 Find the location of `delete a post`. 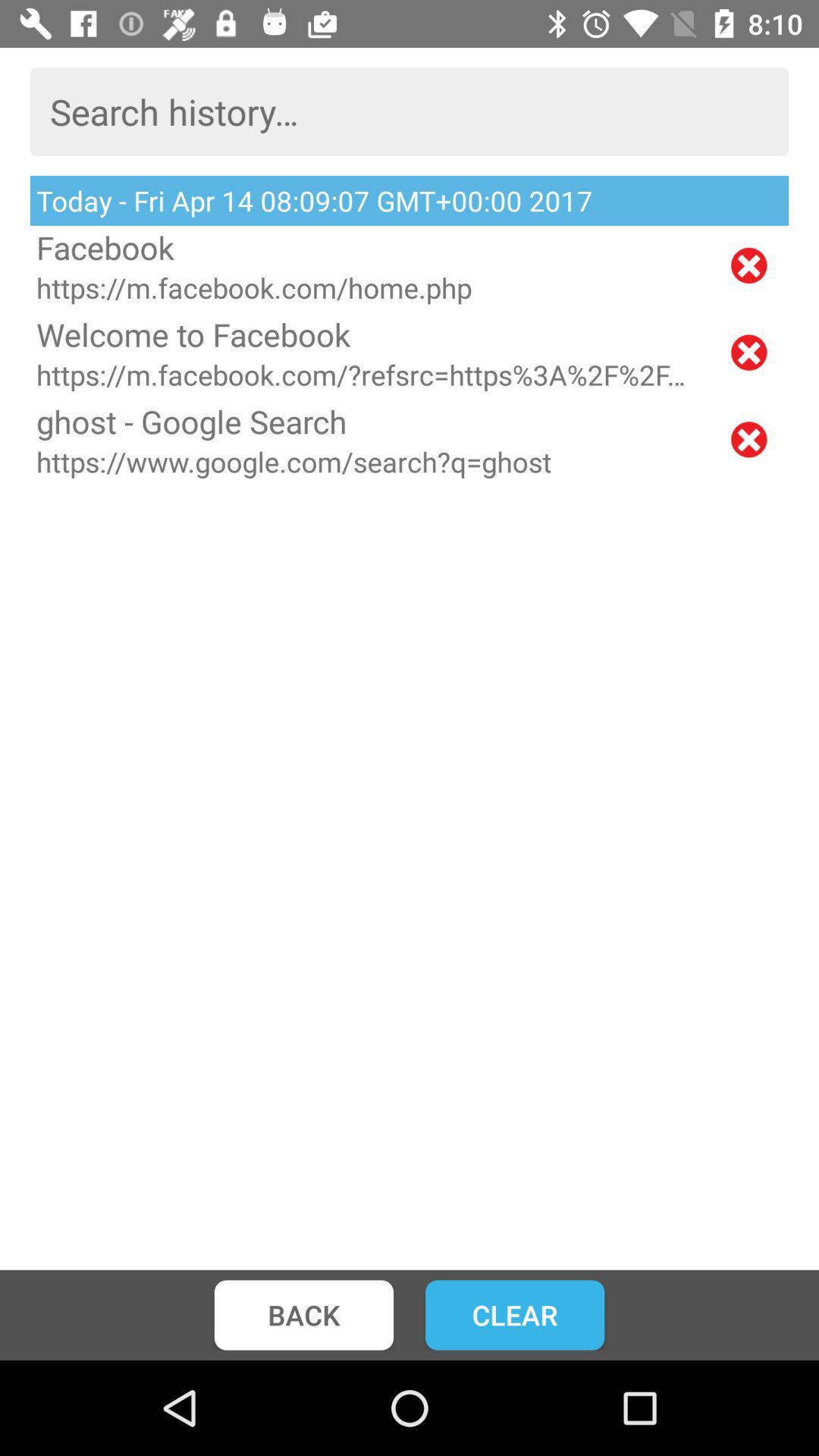

delete a post is located at coordinates (748, 438).